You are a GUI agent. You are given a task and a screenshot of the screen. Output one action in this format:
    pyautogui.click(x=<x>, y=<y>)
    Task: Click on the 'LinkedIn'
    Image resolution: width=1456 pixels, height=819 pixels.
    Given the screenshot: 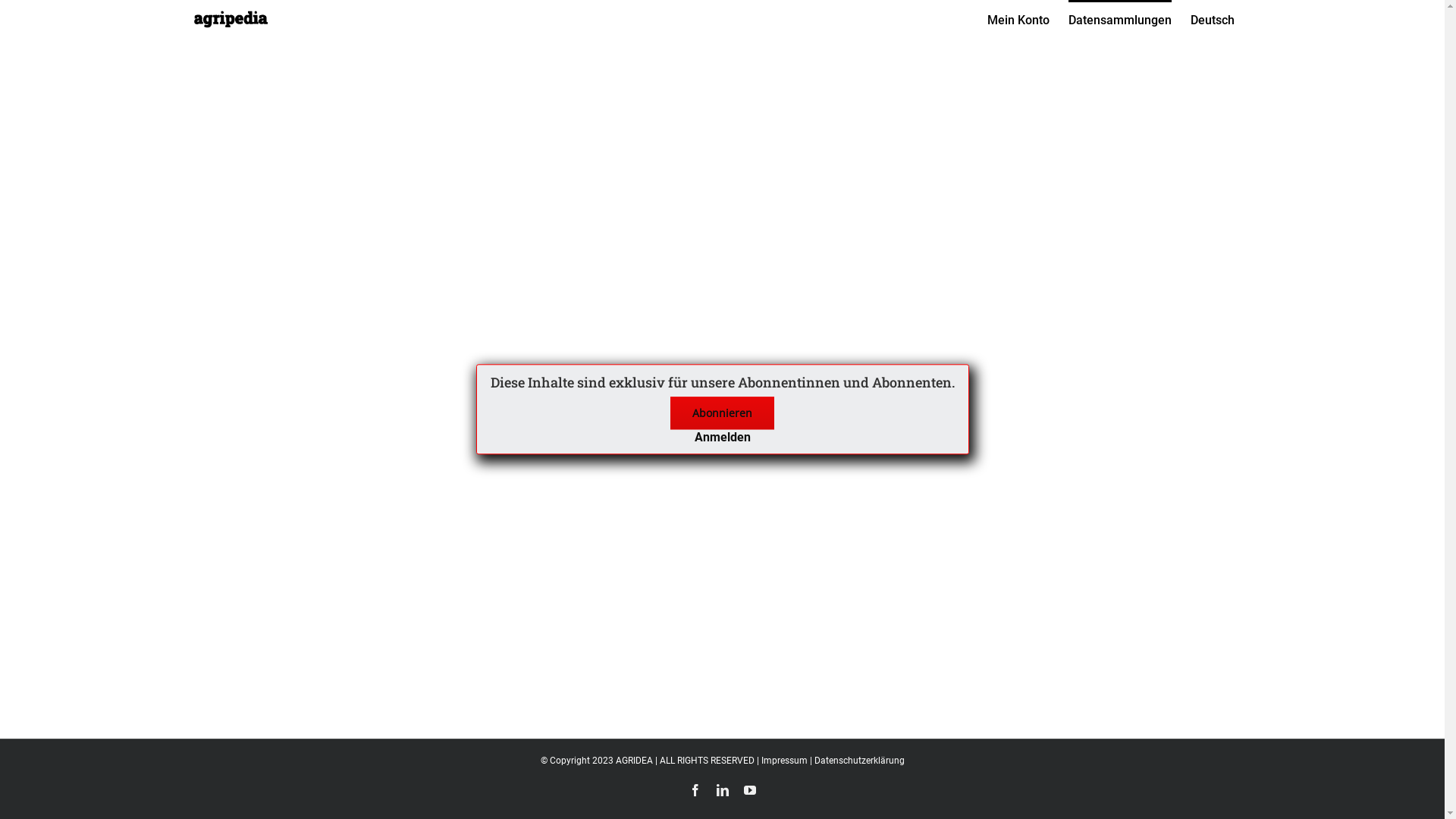 What is the action you would take?
    pyautogui.click(x=720, y=789)
    